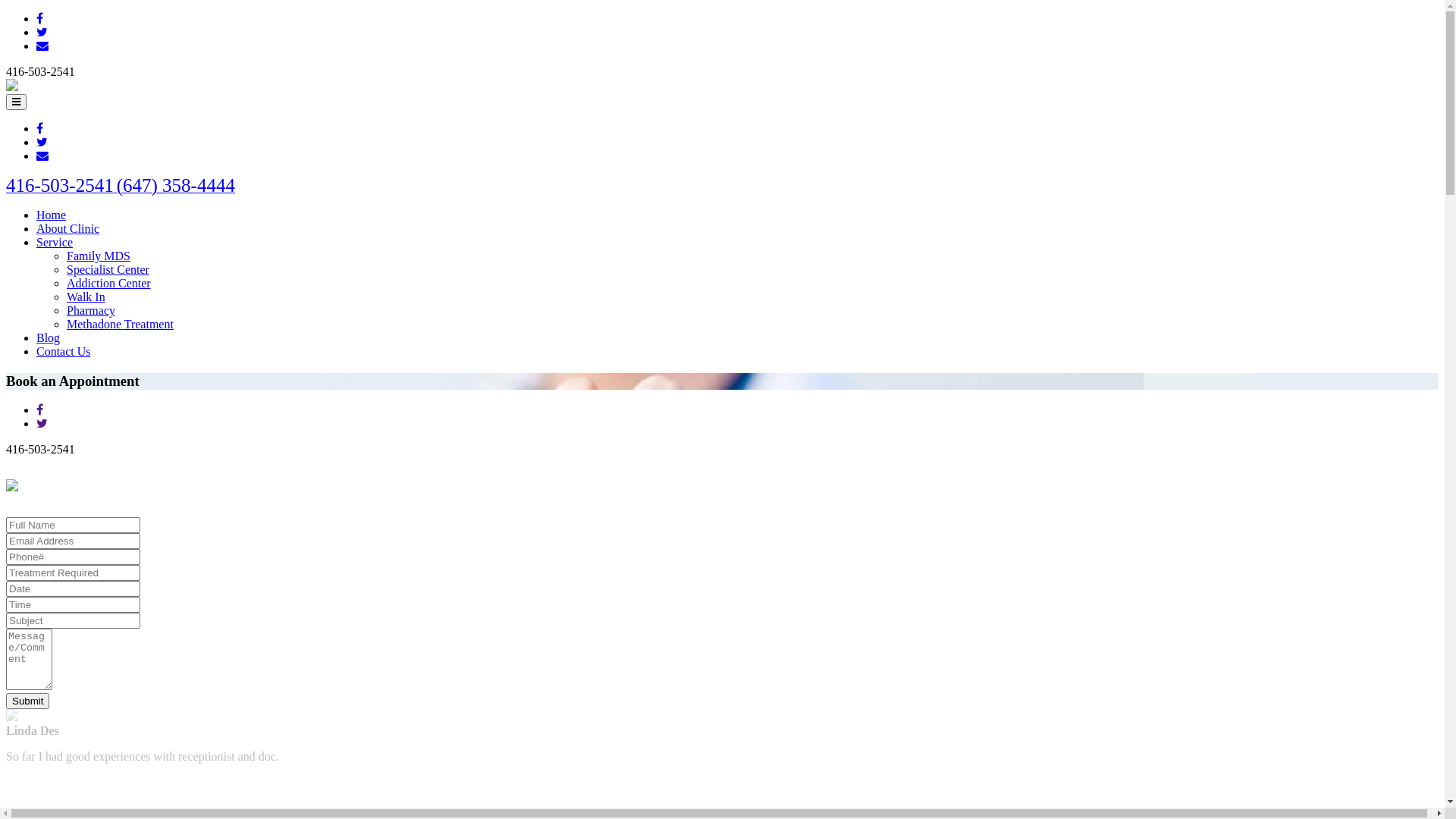 This screenshot has height=819, width=1456. Describe the element at coordinates (97, 255) in the screenshot. I see `'Family MDS'` at that location.